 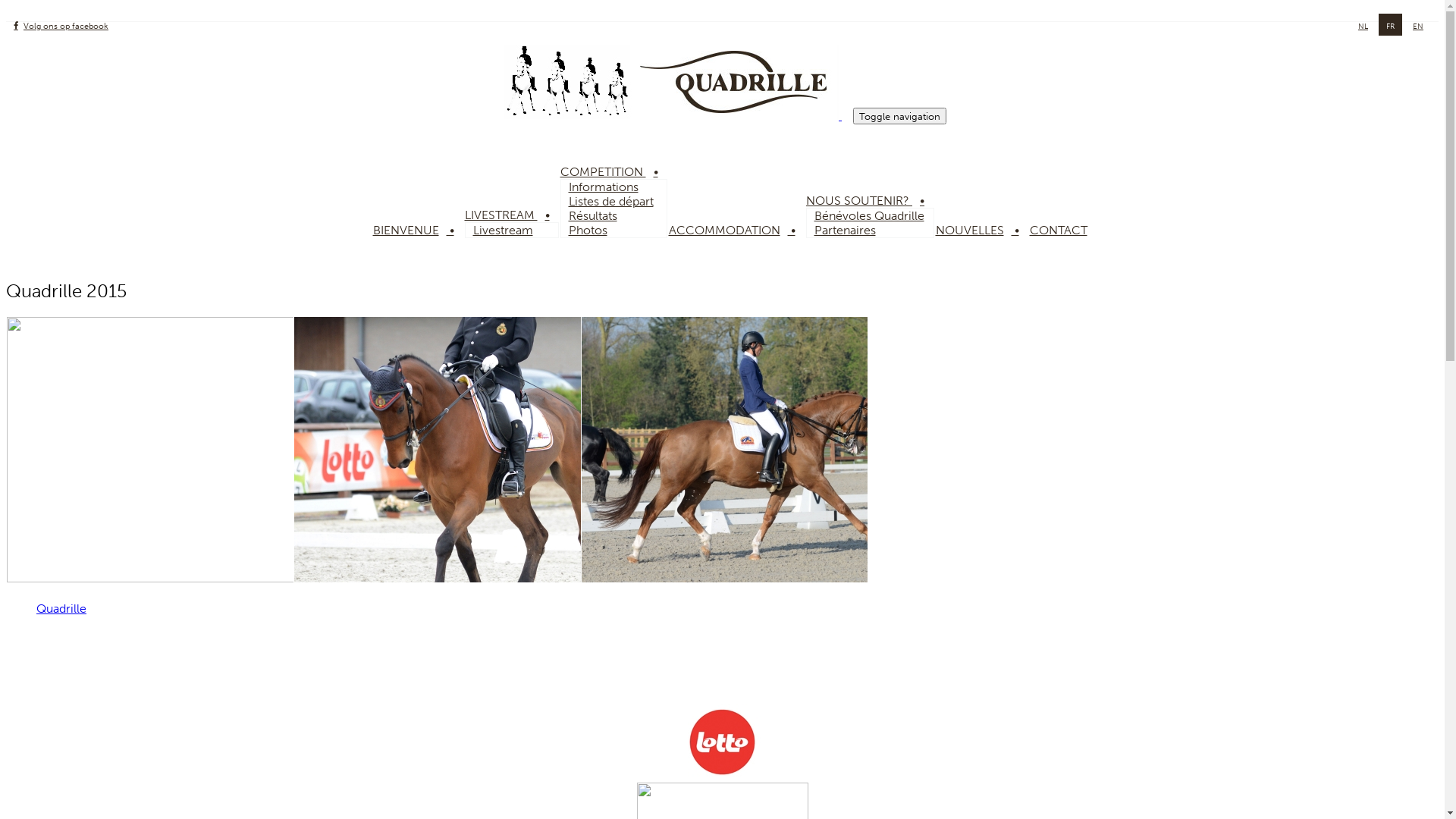 What do you see at coordinates (844, 230) in the screenshot?
I see `'Partenaires'` at bounding box center [844, 230].